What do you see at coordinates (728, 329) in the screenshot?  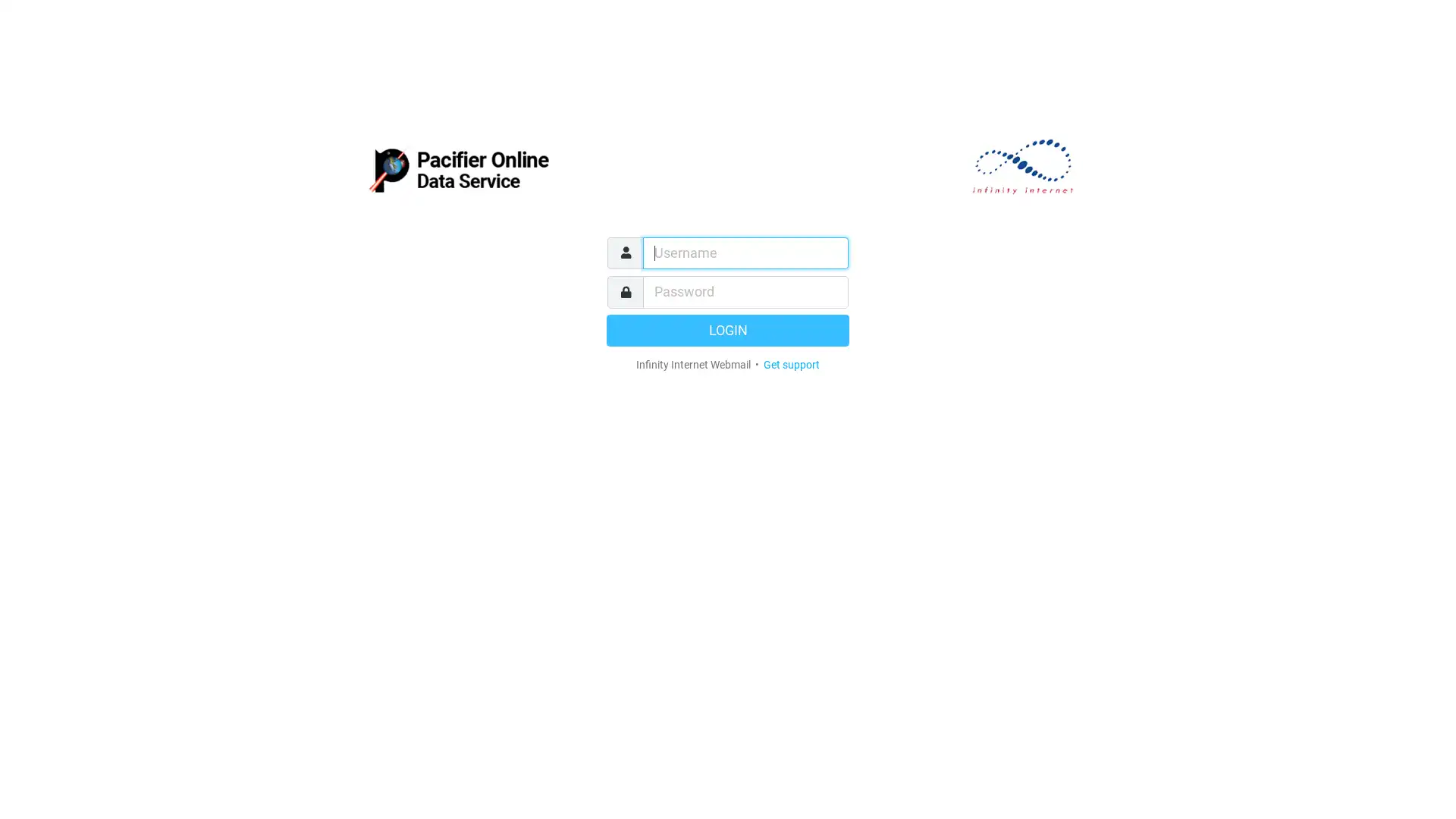 I see `LOGIN` at bounding box center [728, 329].